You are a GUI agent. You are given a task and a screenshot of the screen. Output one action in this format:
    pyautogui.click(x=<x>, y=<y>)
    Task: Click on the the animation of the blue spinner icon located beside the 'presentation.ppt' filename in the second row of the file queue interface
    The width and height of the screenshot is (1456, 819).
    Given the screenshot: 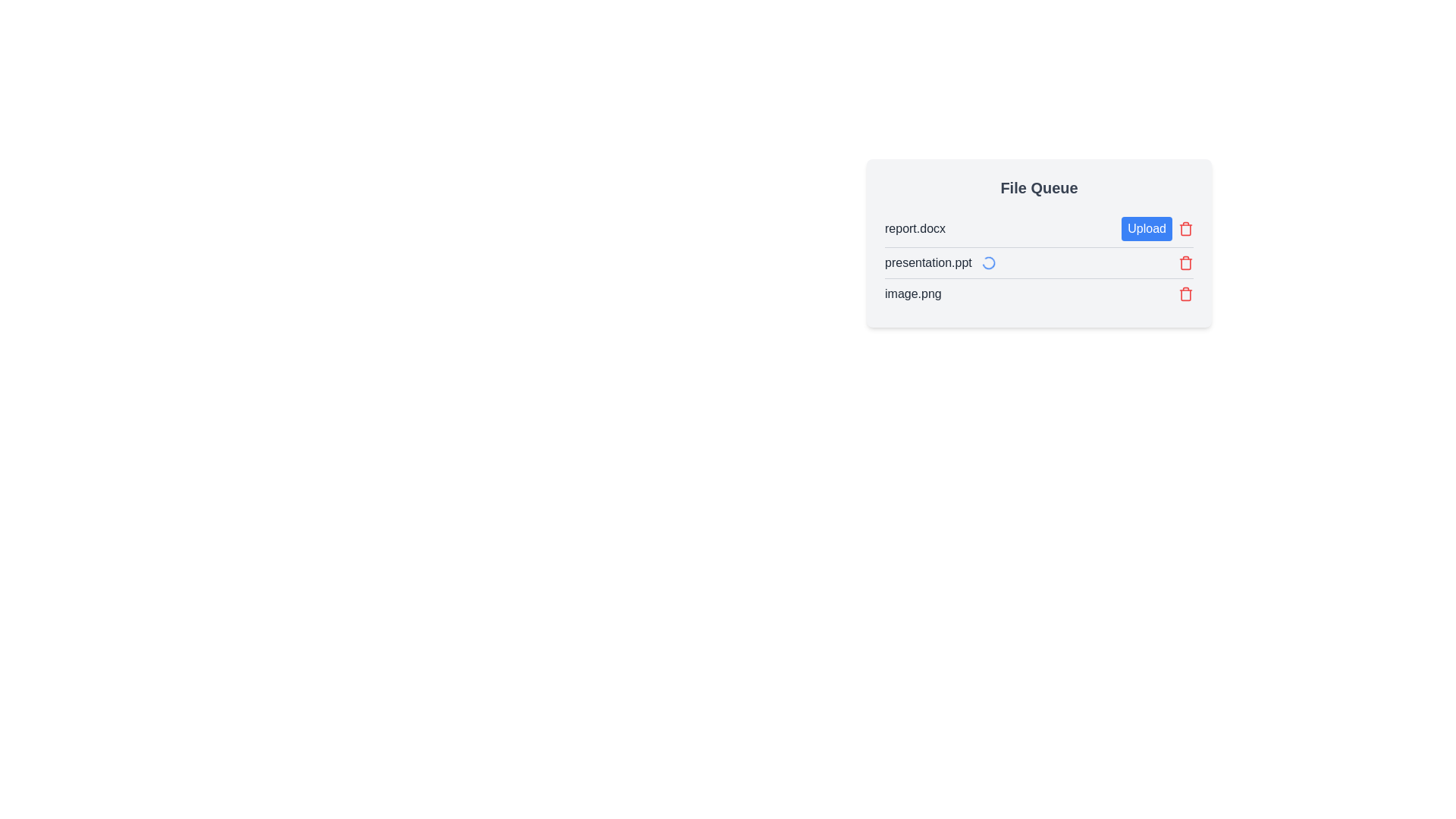 What is the action you would take?
    pyautogui.click(x=988, y=262)
    